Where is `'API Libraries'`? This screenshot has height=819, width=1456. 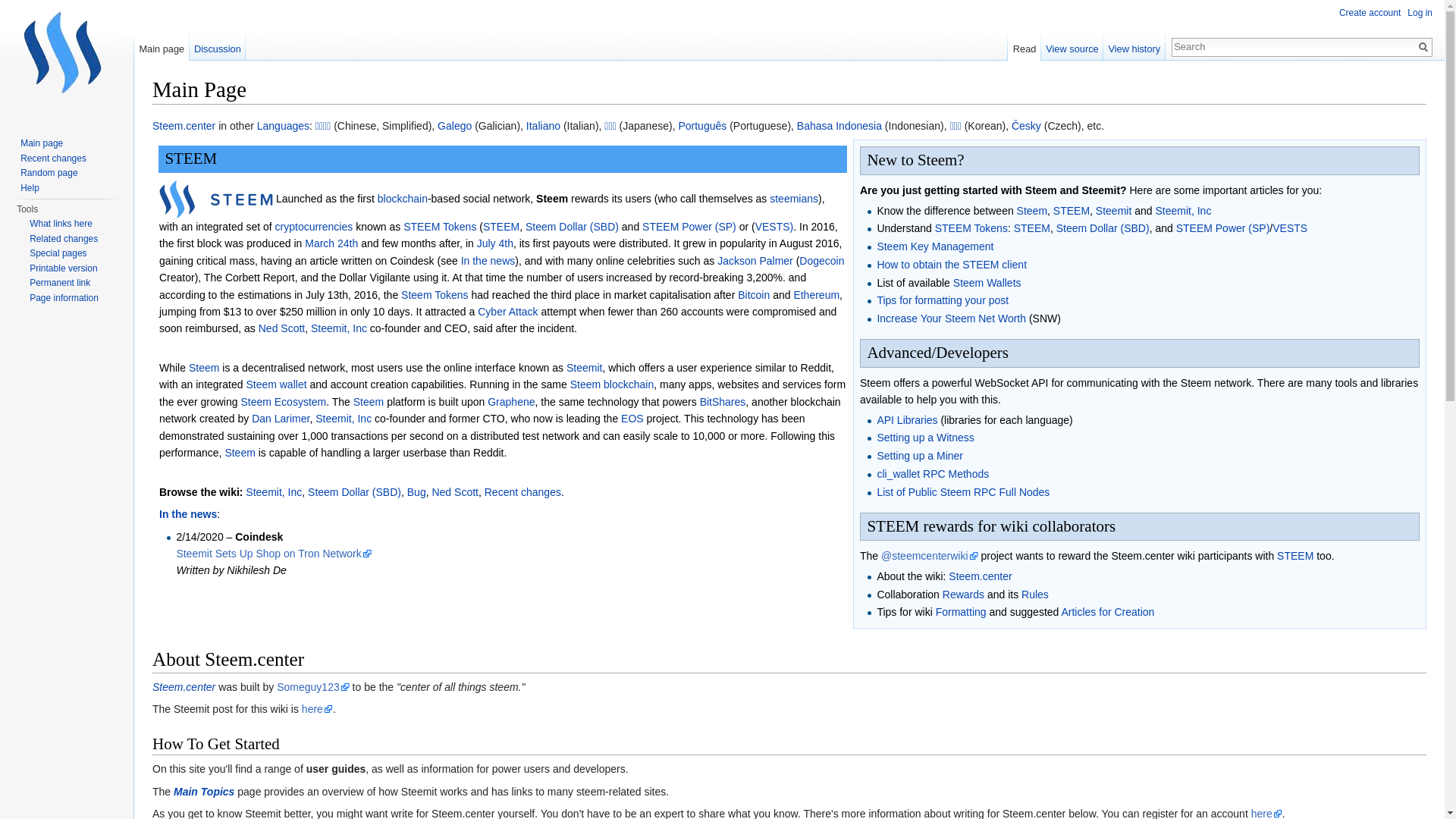
'API Libraries' is located at coordinates (906, 420).